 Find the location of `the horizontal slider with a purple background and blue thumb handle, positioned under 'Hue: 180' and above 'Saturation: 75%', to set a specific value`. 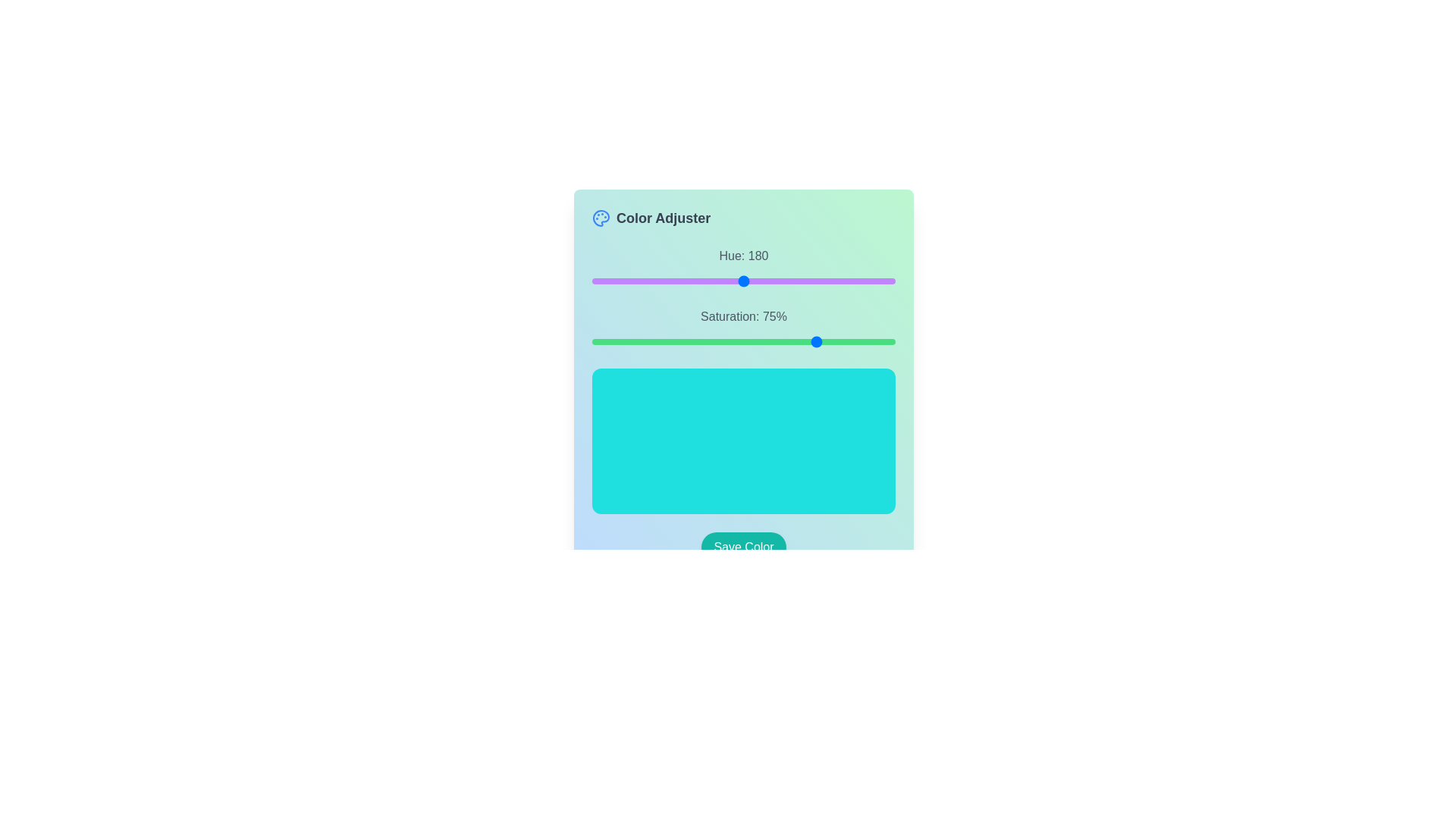

the horizontal slider with a purple background and blue thumb handle, positioned under 'Hue: 180' and above 'Saturation: 75%', to set a specific value is located at coordinates (743, 281).